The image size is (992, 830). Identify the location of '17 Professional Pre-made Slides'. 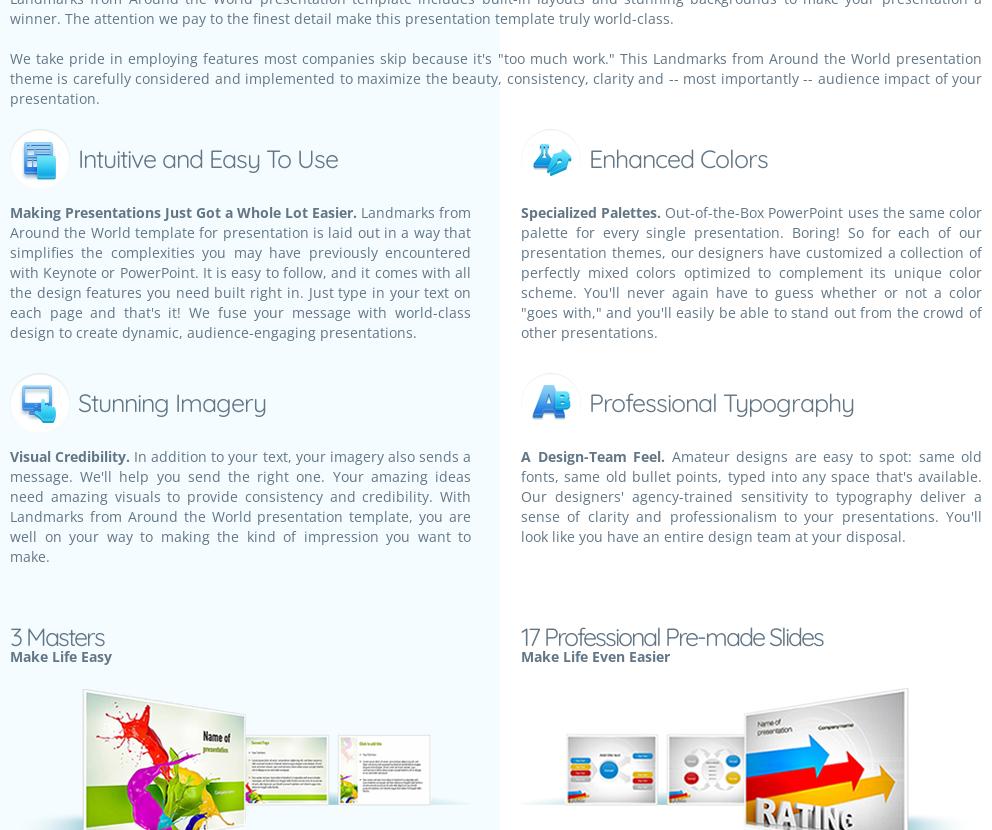
(670, 635).